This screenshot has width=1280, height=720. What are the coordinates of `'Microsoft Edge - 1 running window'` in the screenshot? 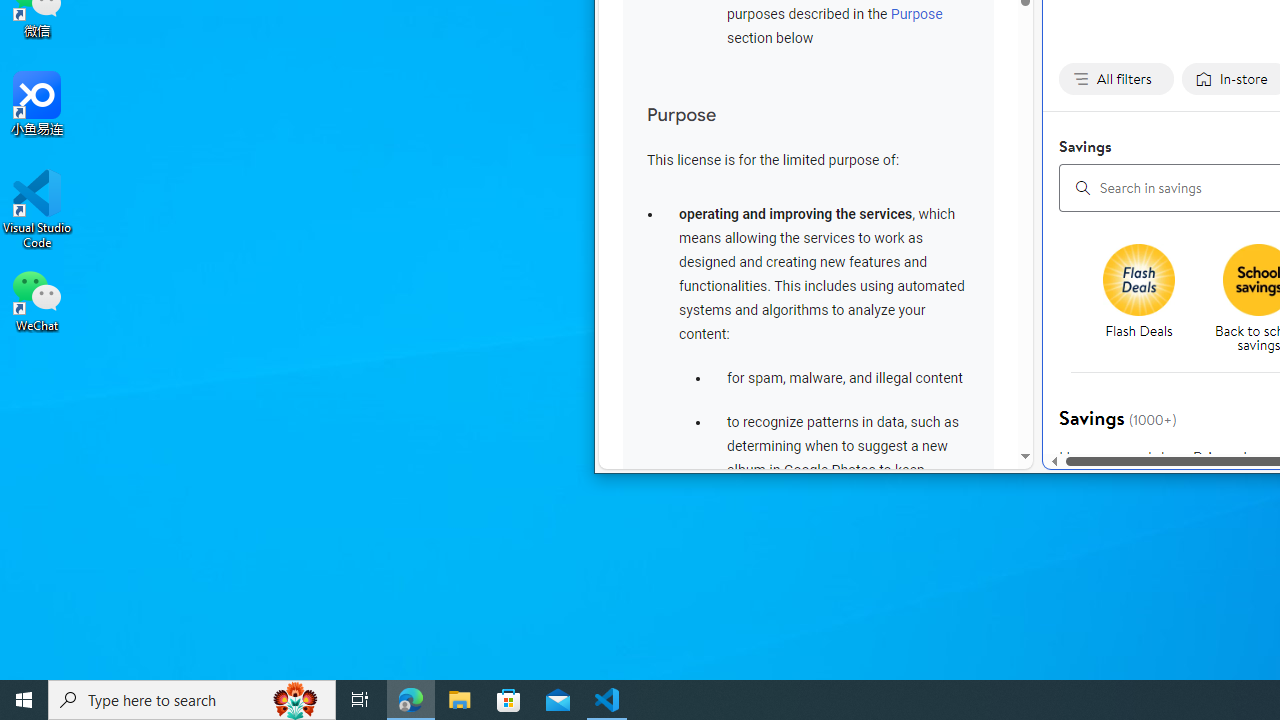 It's located at (410, 698).